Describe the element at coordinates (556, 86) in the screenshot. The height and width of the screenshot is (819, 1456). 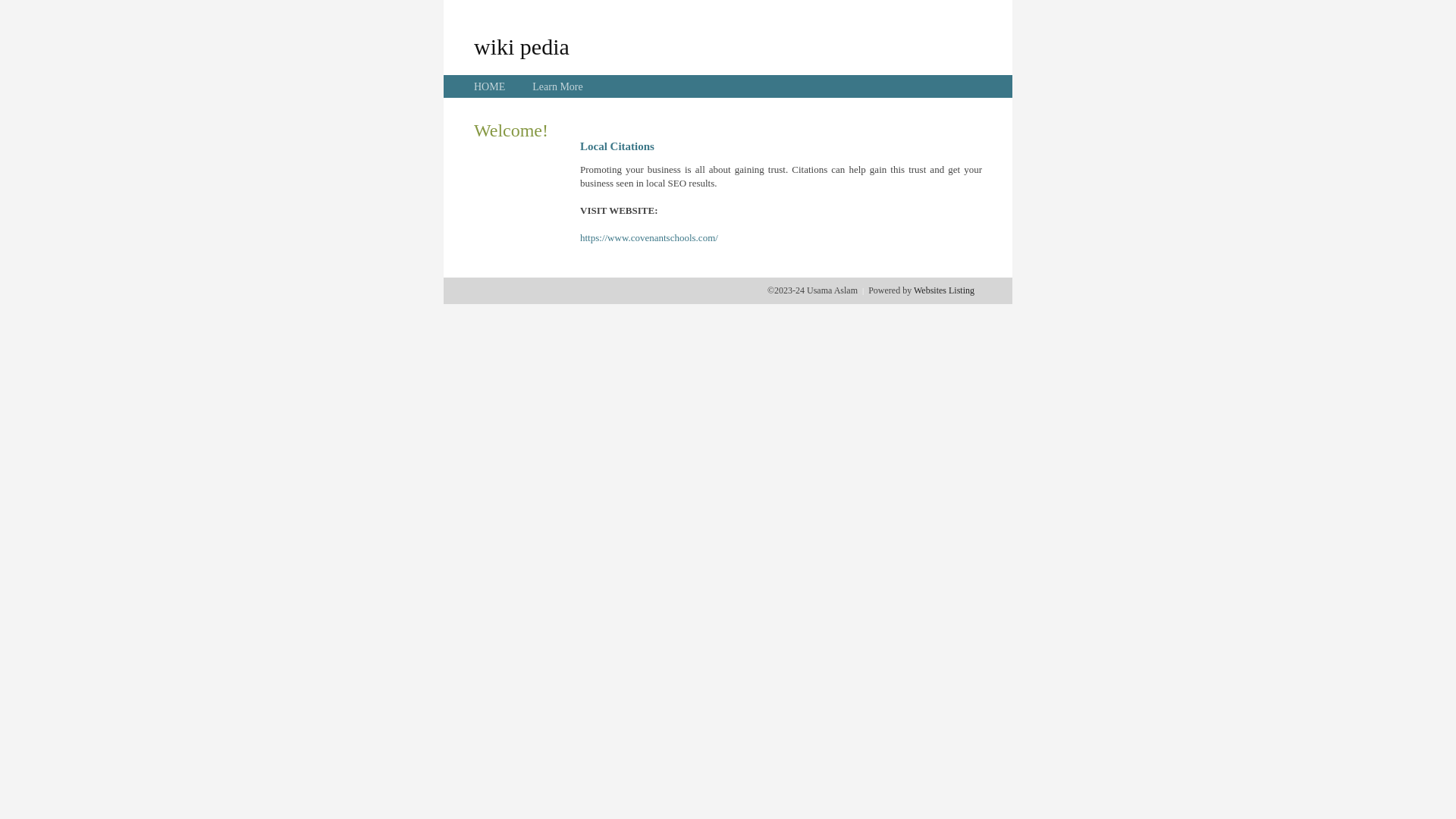
I see `'Learn More'` at that location.